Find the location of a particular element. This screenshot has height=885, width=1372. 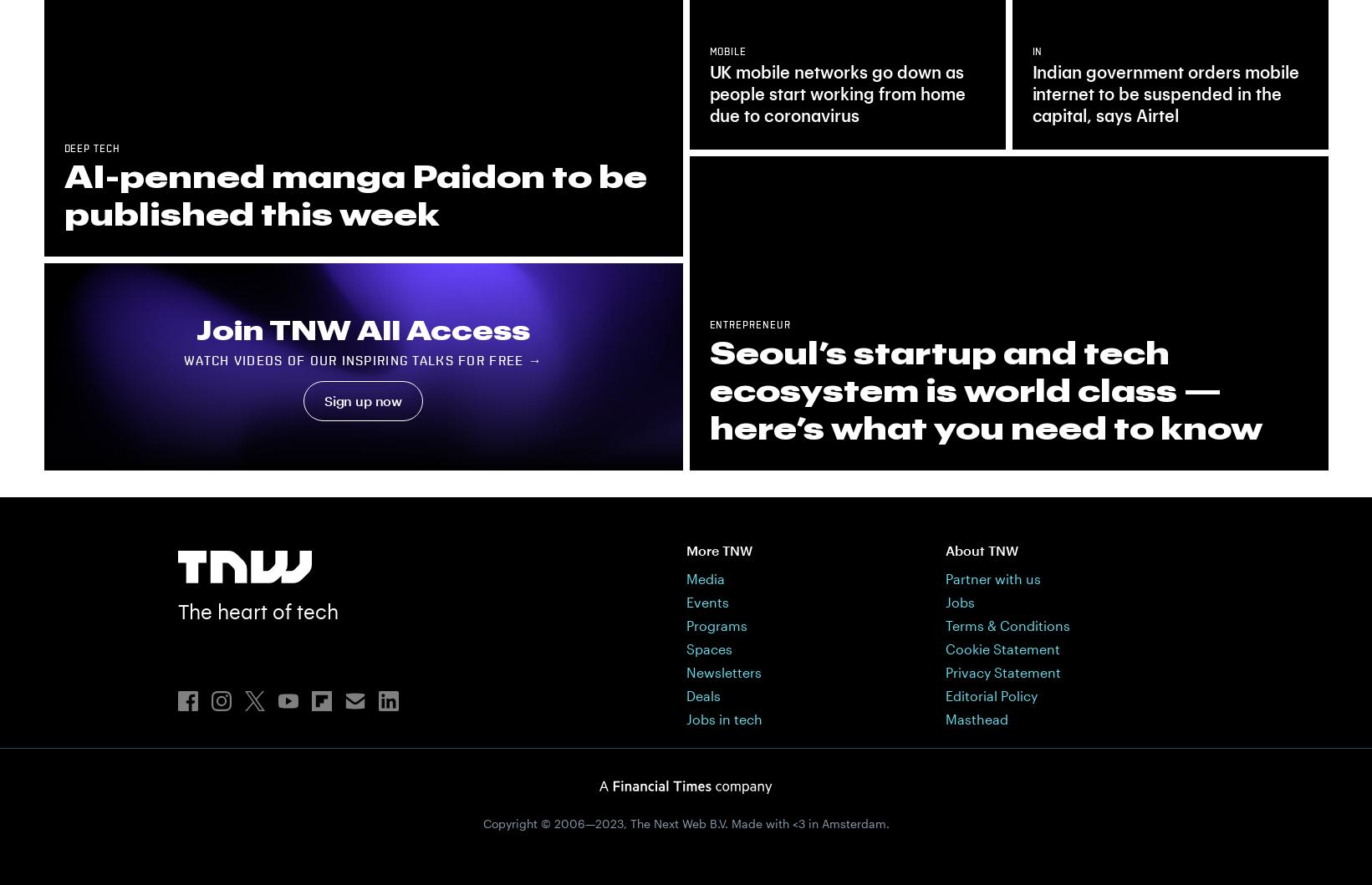

'mobile' is located at coordinates (727, 51).